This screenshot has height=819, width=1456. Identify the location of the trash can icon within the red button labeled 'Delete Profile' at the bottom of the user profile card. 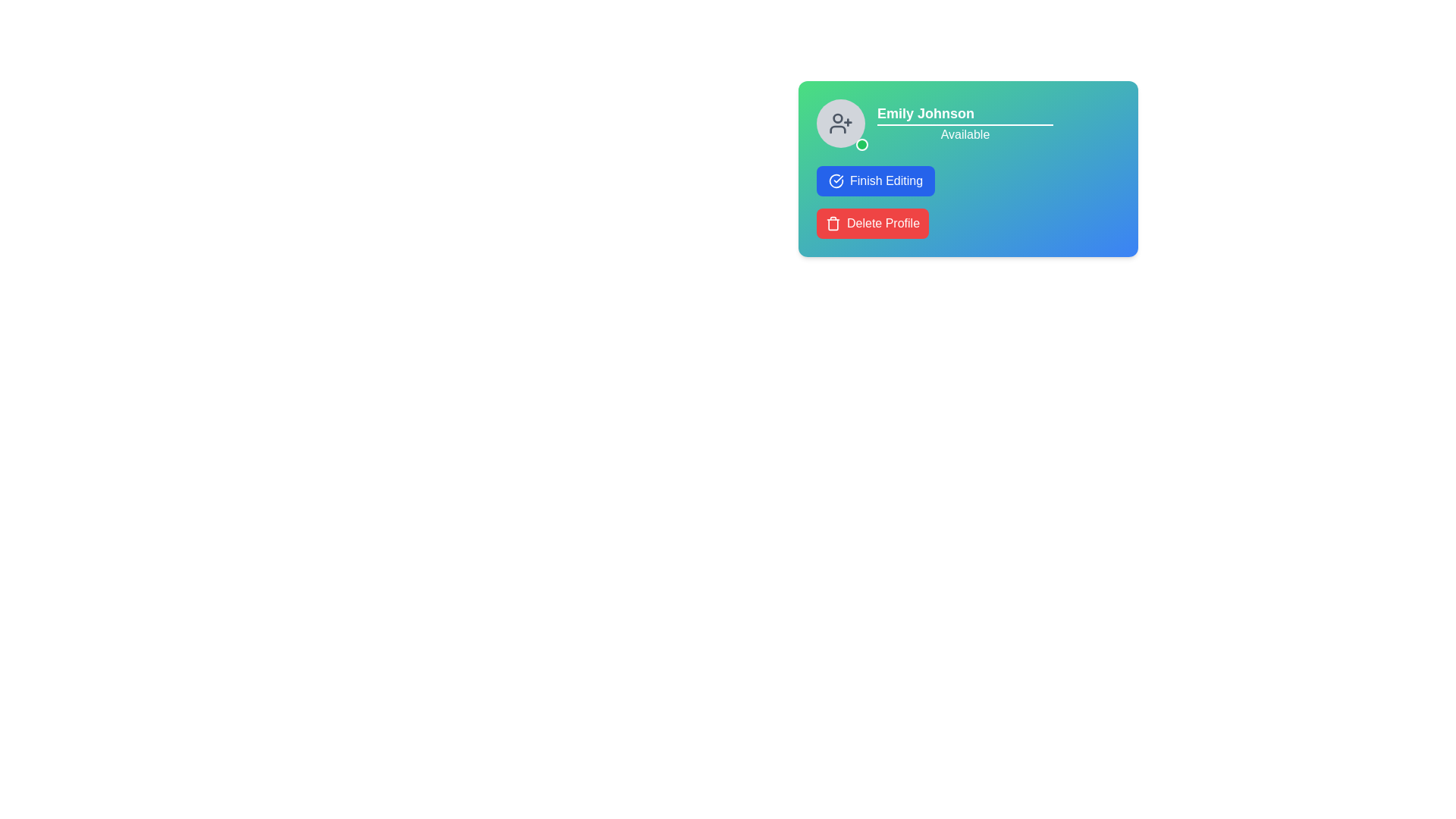
(833, 223).